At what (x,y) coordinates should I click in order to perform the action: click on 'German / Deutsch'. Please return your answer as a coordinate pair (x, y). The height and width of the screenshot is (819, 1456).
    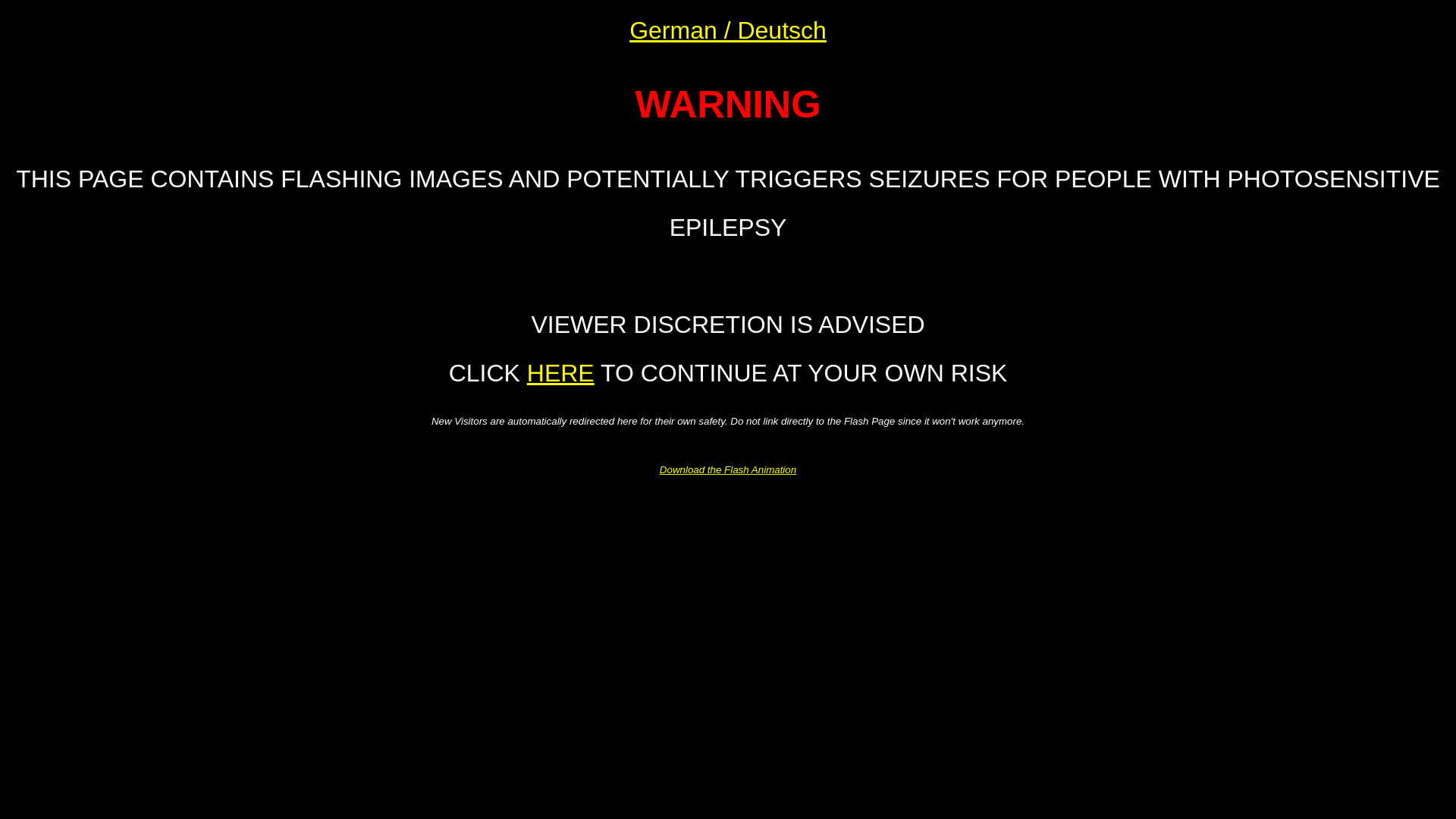
    Looking at the image, I should click on (728, 30).